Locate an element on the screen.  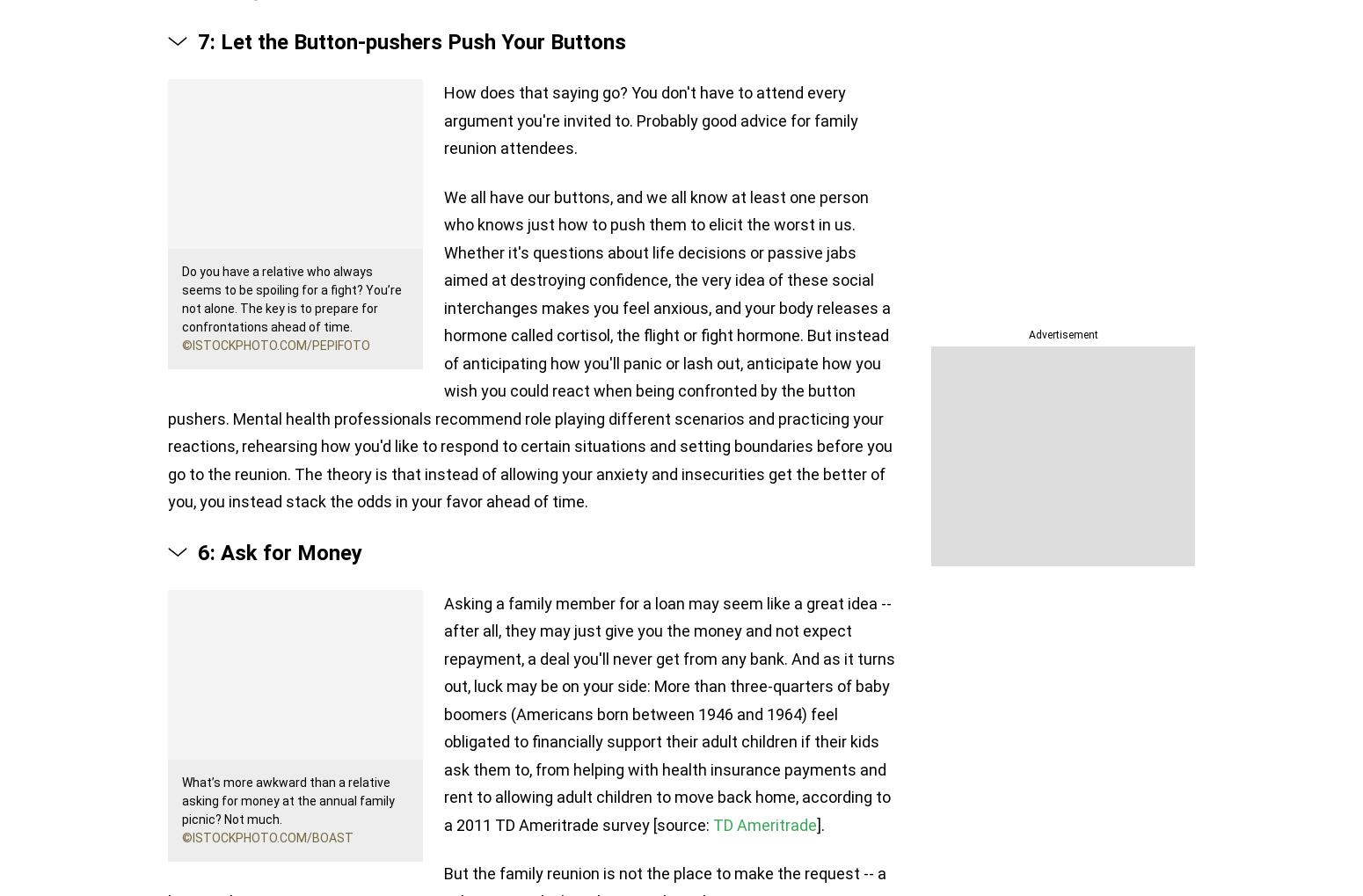
'©iStockphoto.com/Boast' is located at coordinates (267, 835).